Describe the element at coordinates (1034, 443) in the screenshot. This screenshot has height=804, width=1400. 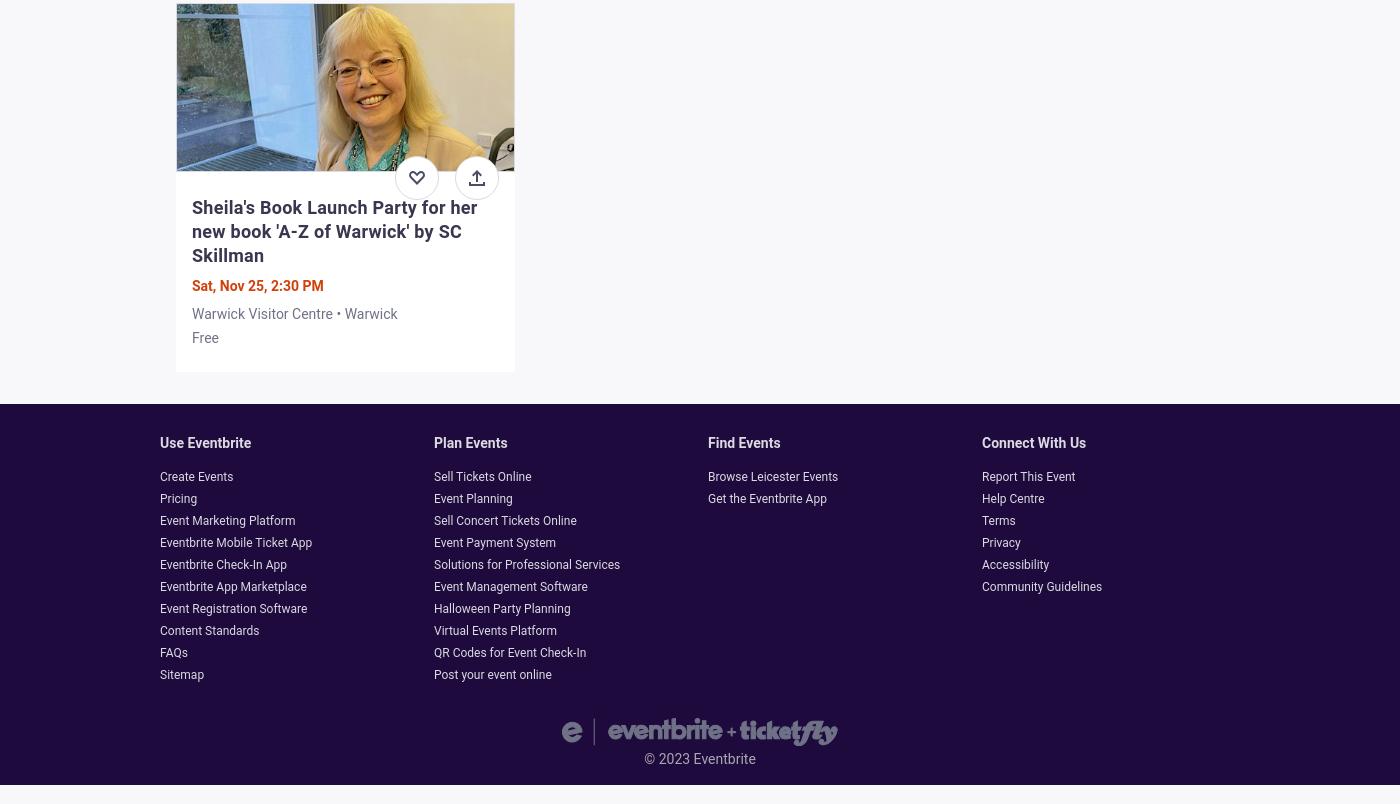
I see `'Connect with us'` at that location.